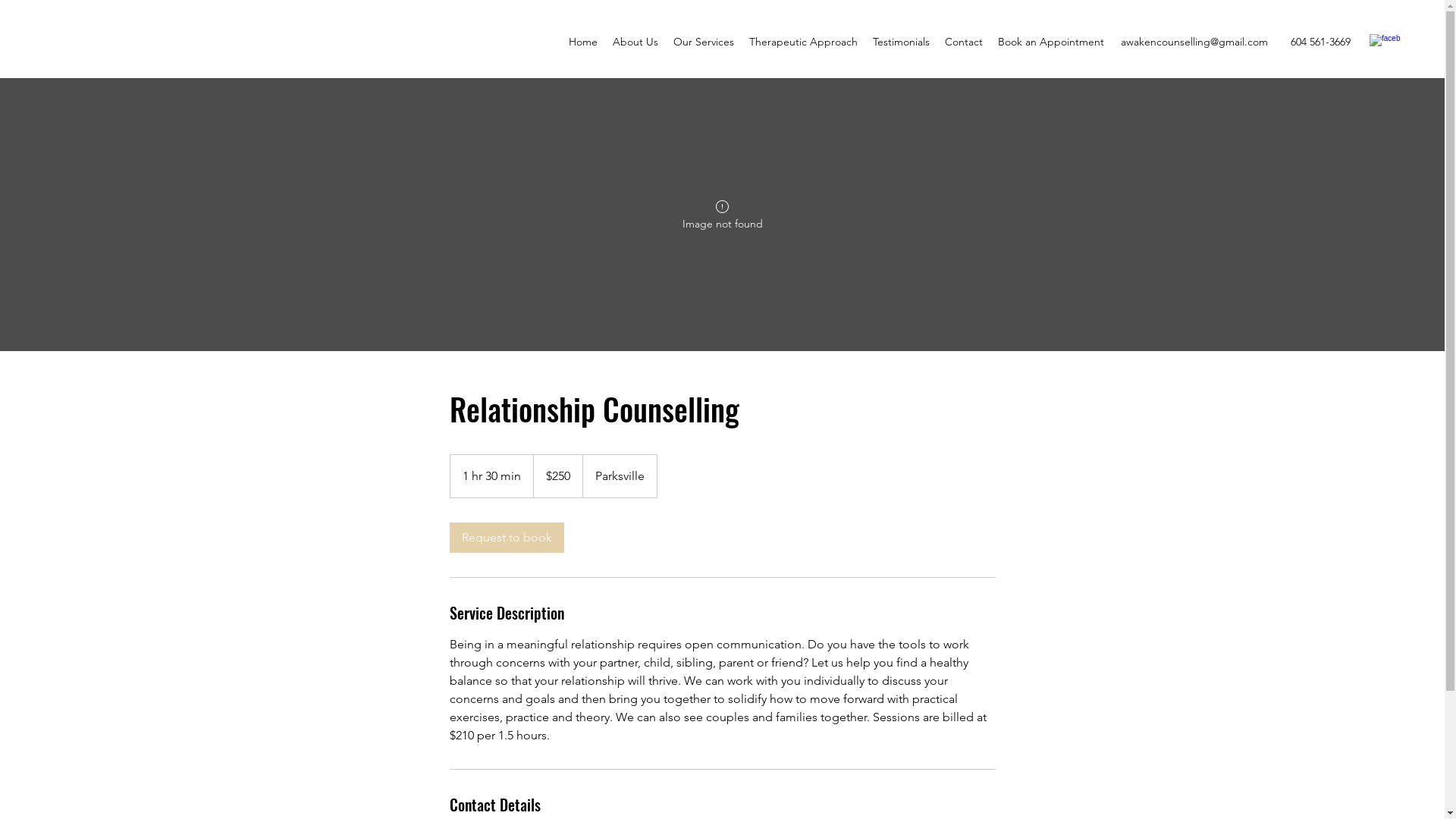  What do you see at coordinates (802, 40) in the screenshot?
I see `'Therapeutic Approach'` at bounding box center [802, 40].